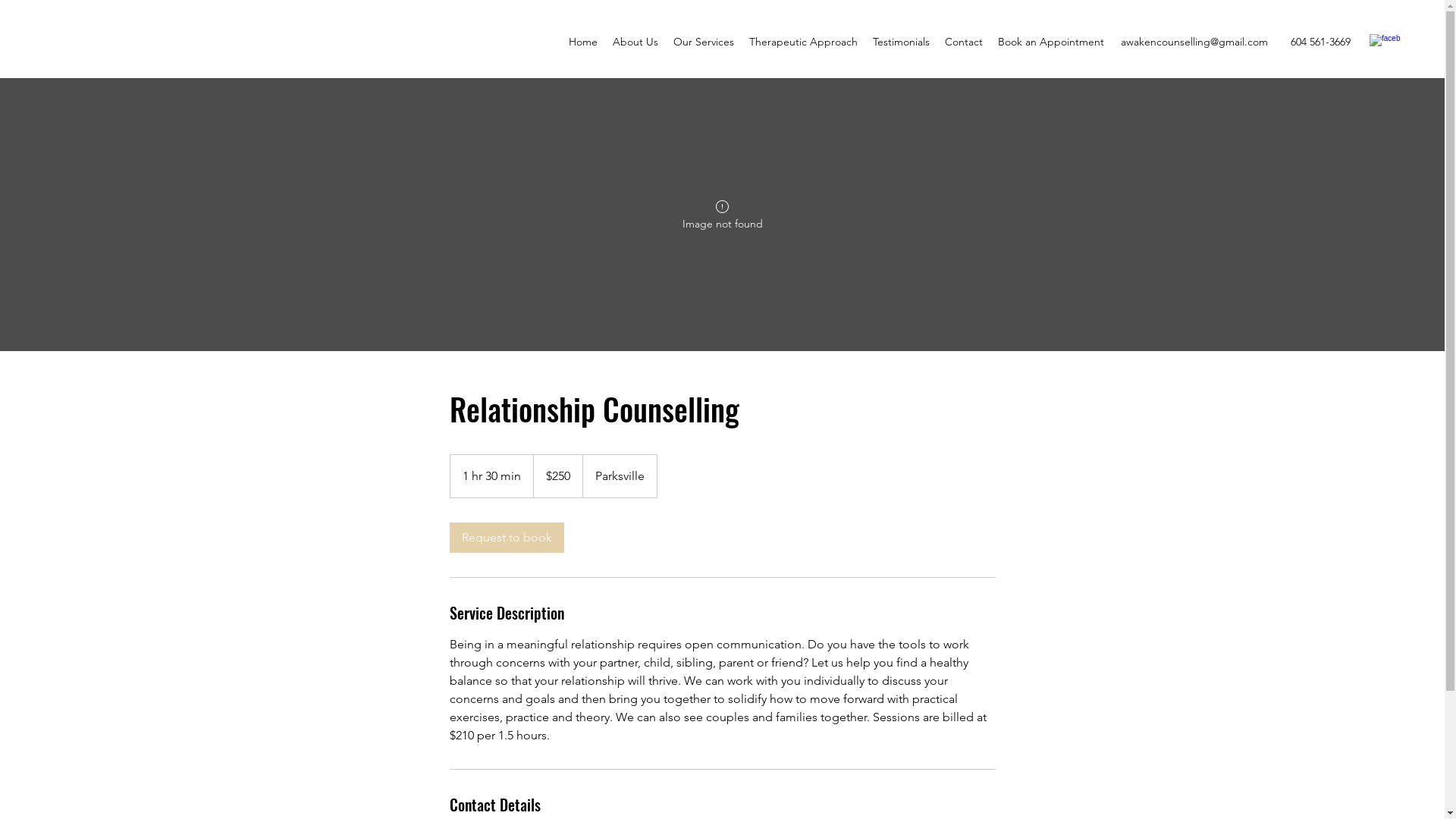  What do you see at coordinates (802, 40) in the screenshot?
I see `'Therapeutic Approach'` at bounding box center [802, 40].